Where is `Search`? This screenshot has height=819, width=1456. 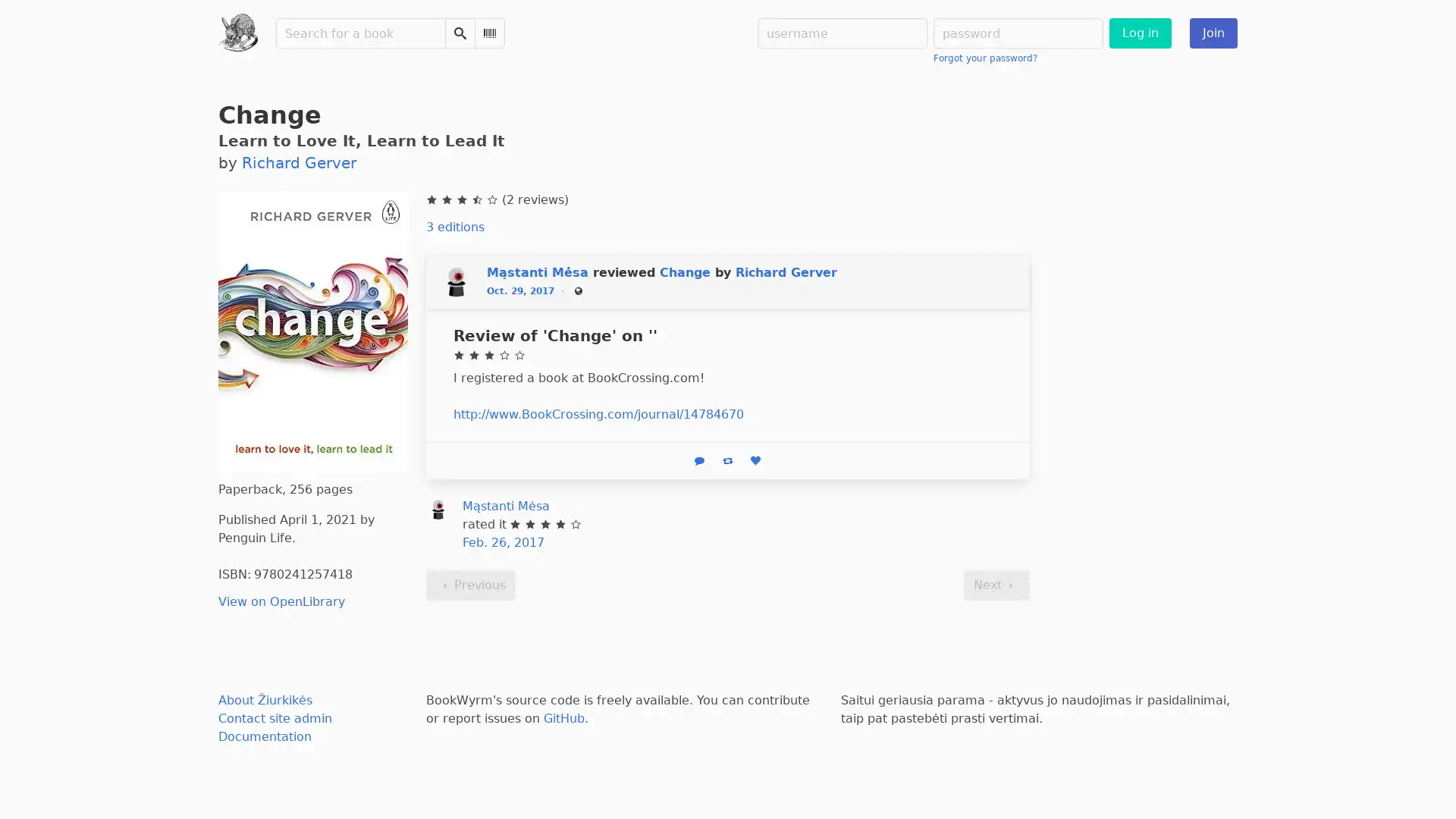
Search is located at coordinates (458, 33).